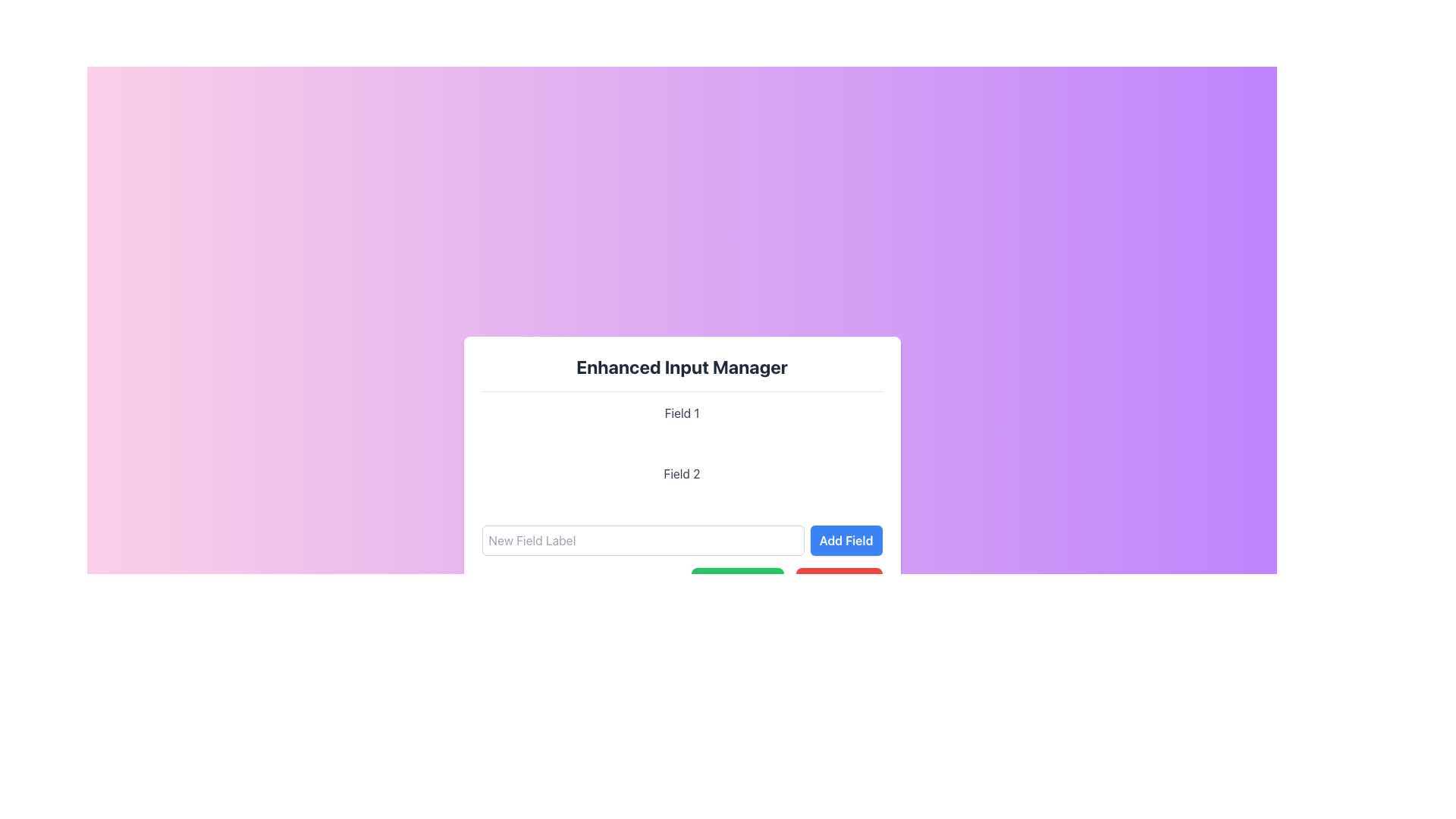 The image size is (1456, 819). Describe the element at coordinates (681, 472) in the screenshot. I see `the label that identifies the input field directly below it, which is centered above the 'Field 1' input field` at that location.